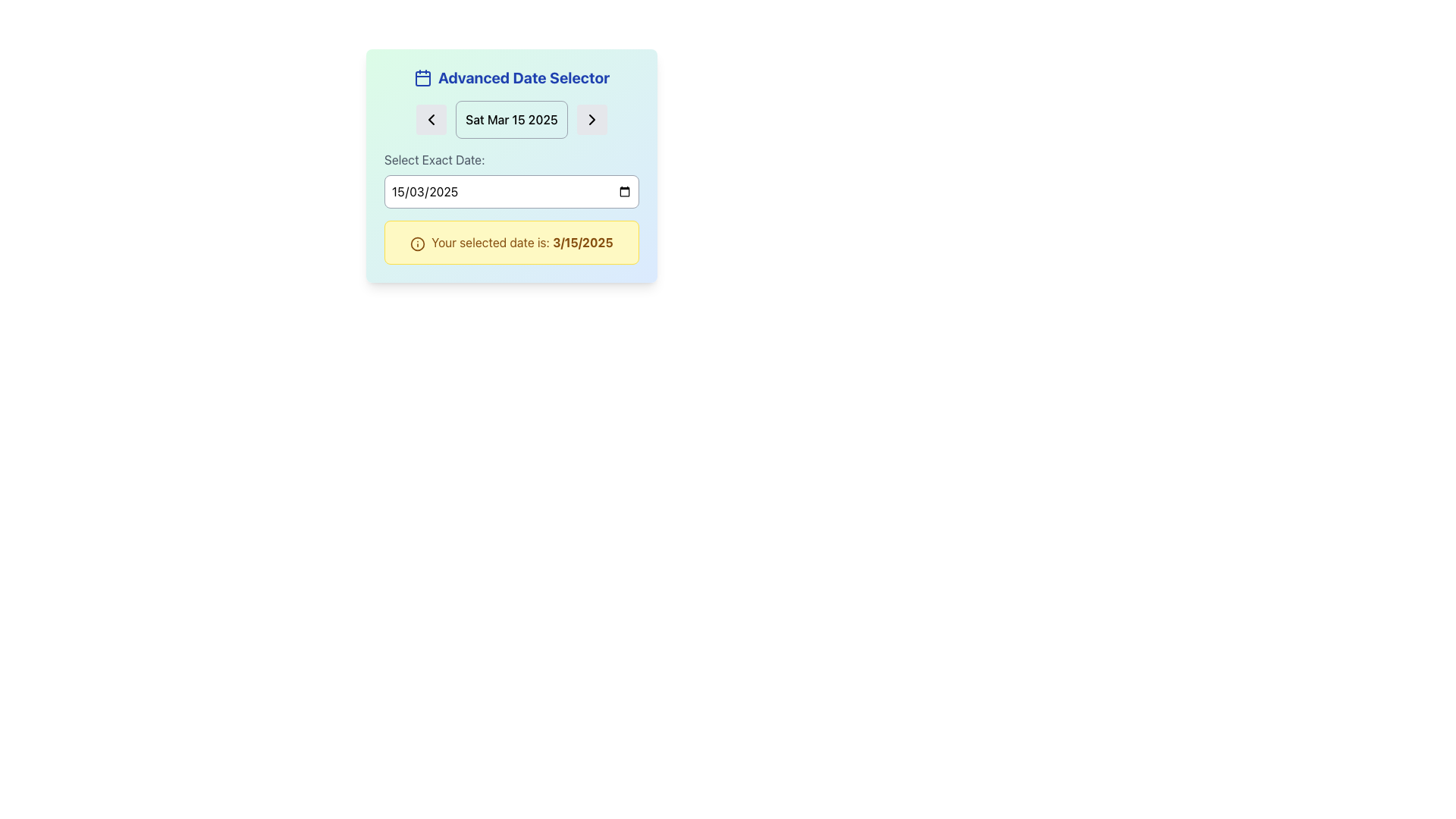 The height and width of the screenshot is (819, 1456). Describe the element at coordinates (512, 119) in the screenshot. I see `the date label displaying 'Sat Mar 15 2025' which is centrally located in the gradient-styled card of the 'Advanced Date Selector'` at that location.